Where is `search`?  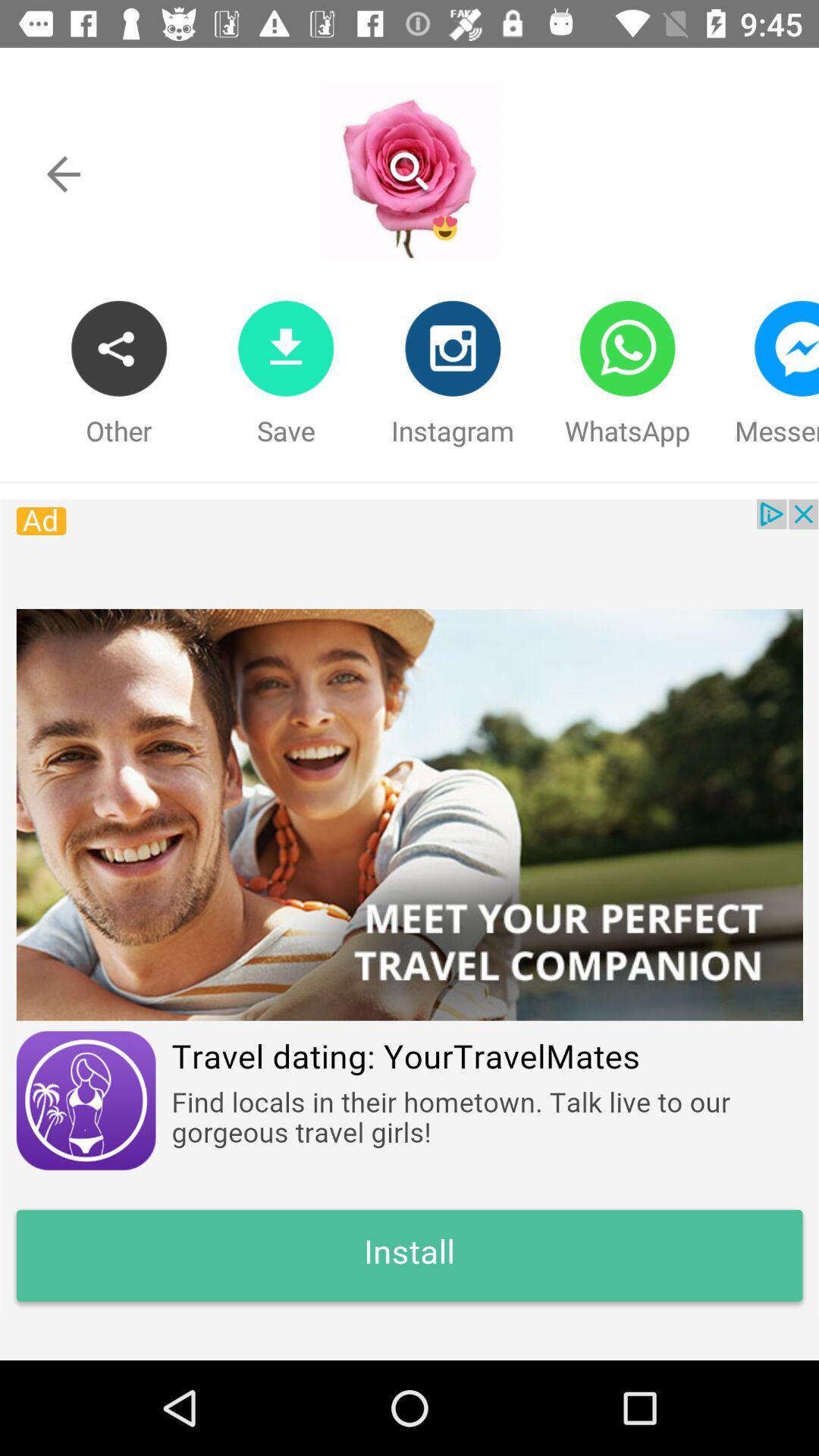 search is located at coordinates (408, 171).